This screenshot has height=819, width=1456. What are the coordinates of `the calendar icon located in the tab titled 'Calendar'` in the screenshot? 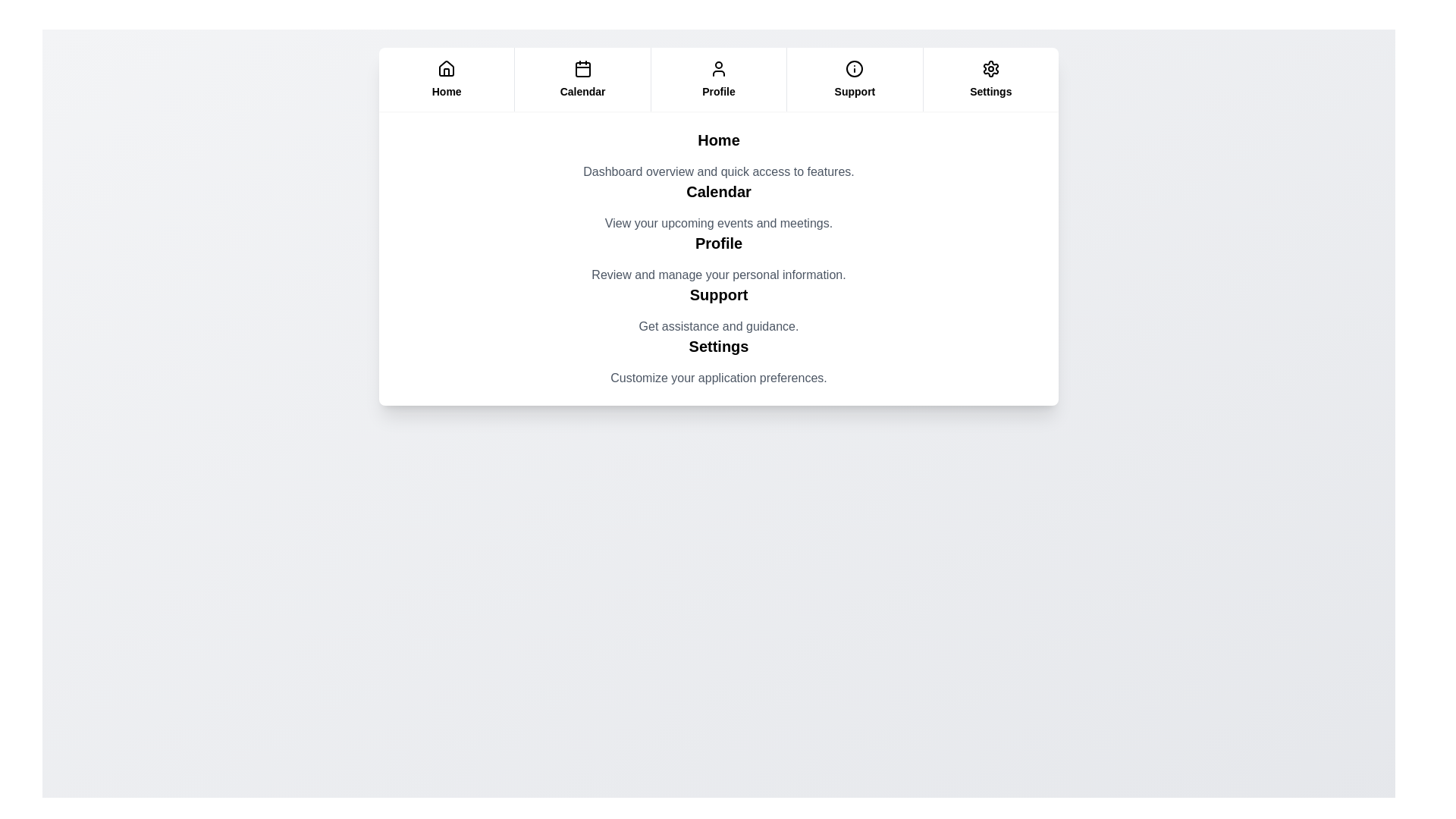 It's located at (582, 69).